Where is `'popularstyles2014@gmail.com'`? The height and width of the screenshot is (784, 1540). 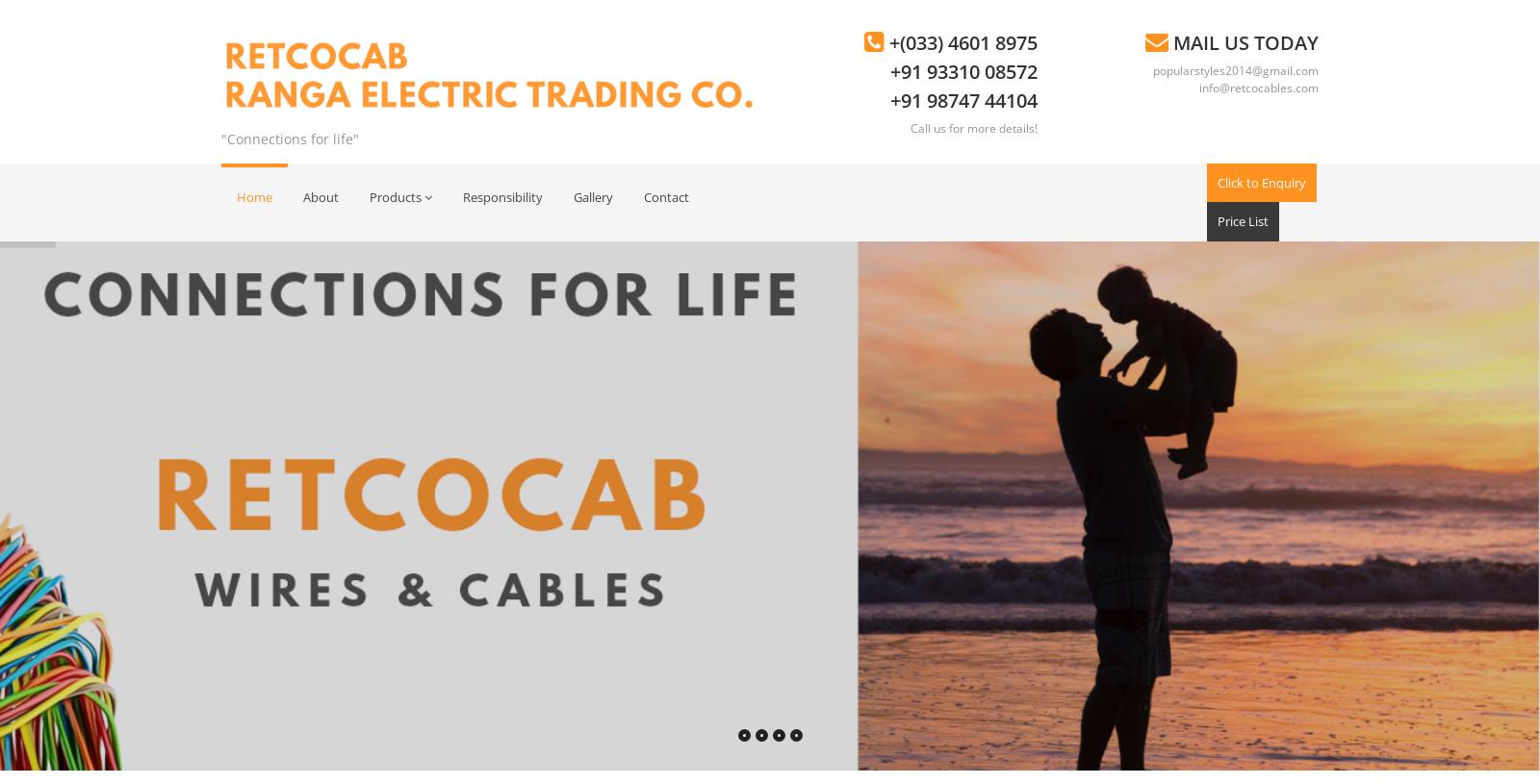 'popularstyles2014@gmail.com' is located at coordinates (1235, 69).